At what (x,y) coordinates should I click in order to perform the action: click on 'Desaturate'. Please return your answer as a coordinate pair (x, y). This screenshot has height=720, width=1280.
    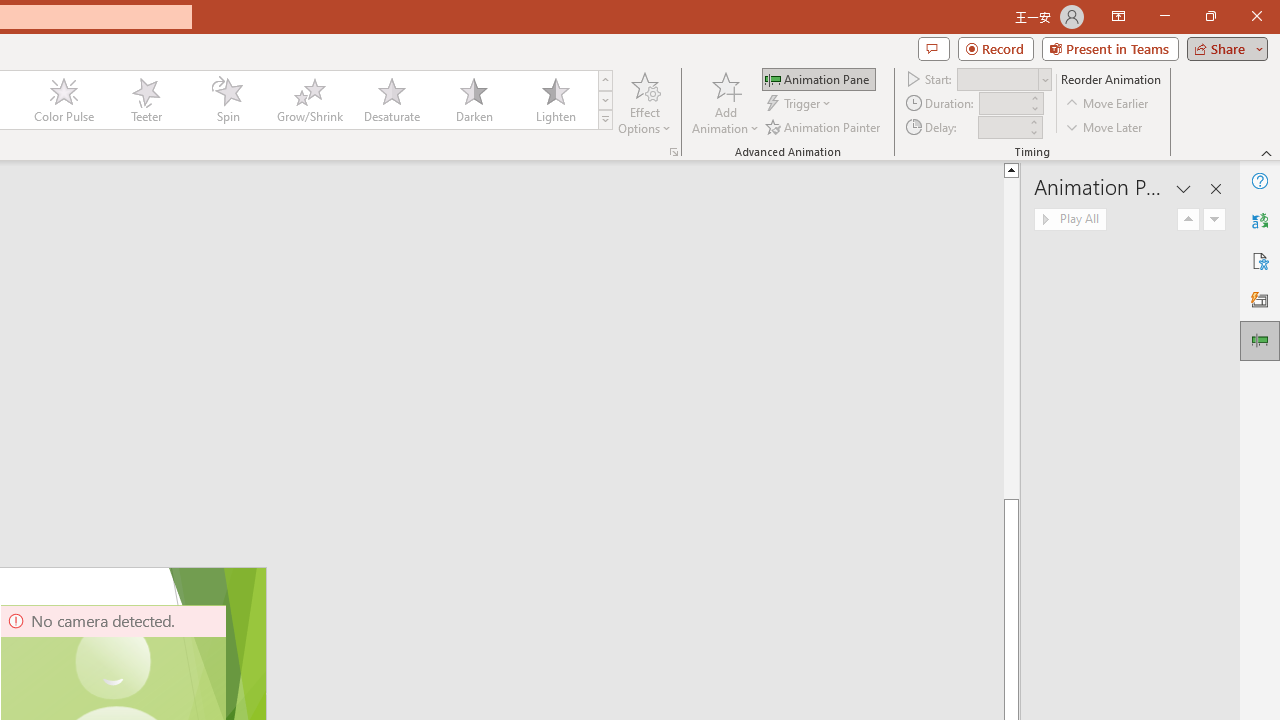
    Looking at the image, I should click on (391, 100).